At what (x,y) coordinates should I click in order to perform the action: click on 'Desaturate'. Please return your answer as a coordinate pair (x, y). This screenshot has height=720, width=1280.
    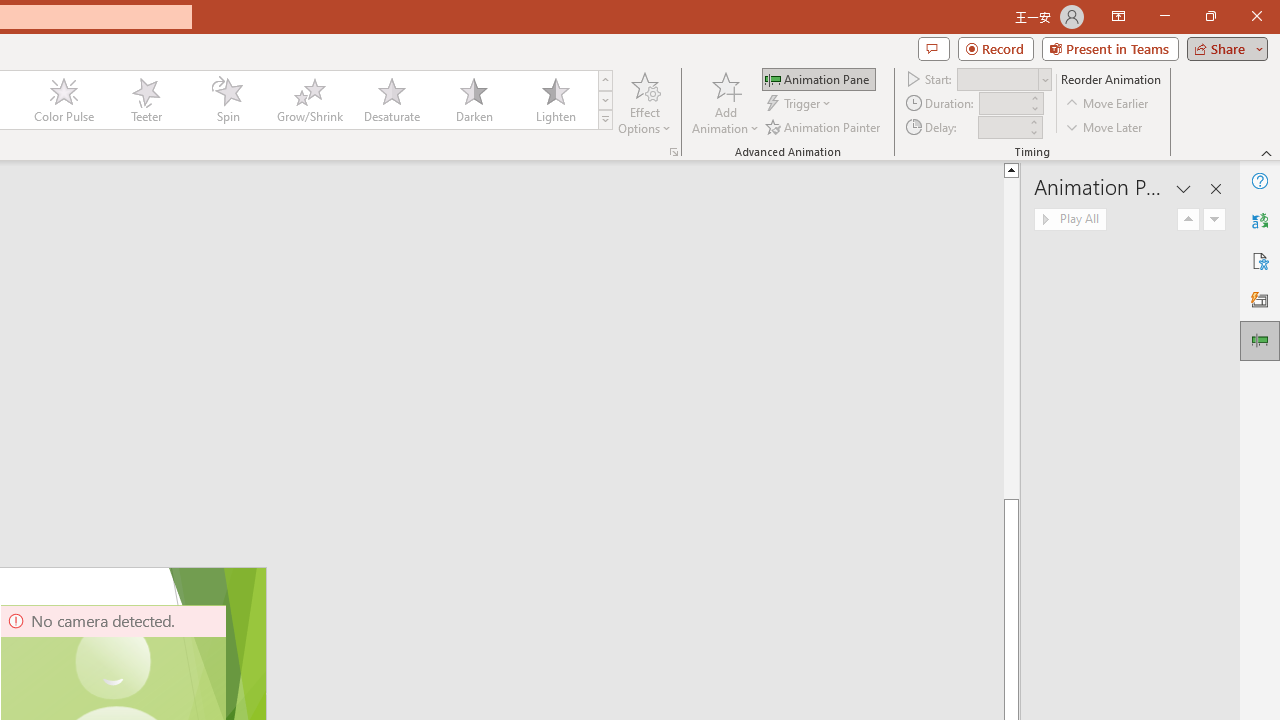
    Looking at the image, I should click on (391, 100).